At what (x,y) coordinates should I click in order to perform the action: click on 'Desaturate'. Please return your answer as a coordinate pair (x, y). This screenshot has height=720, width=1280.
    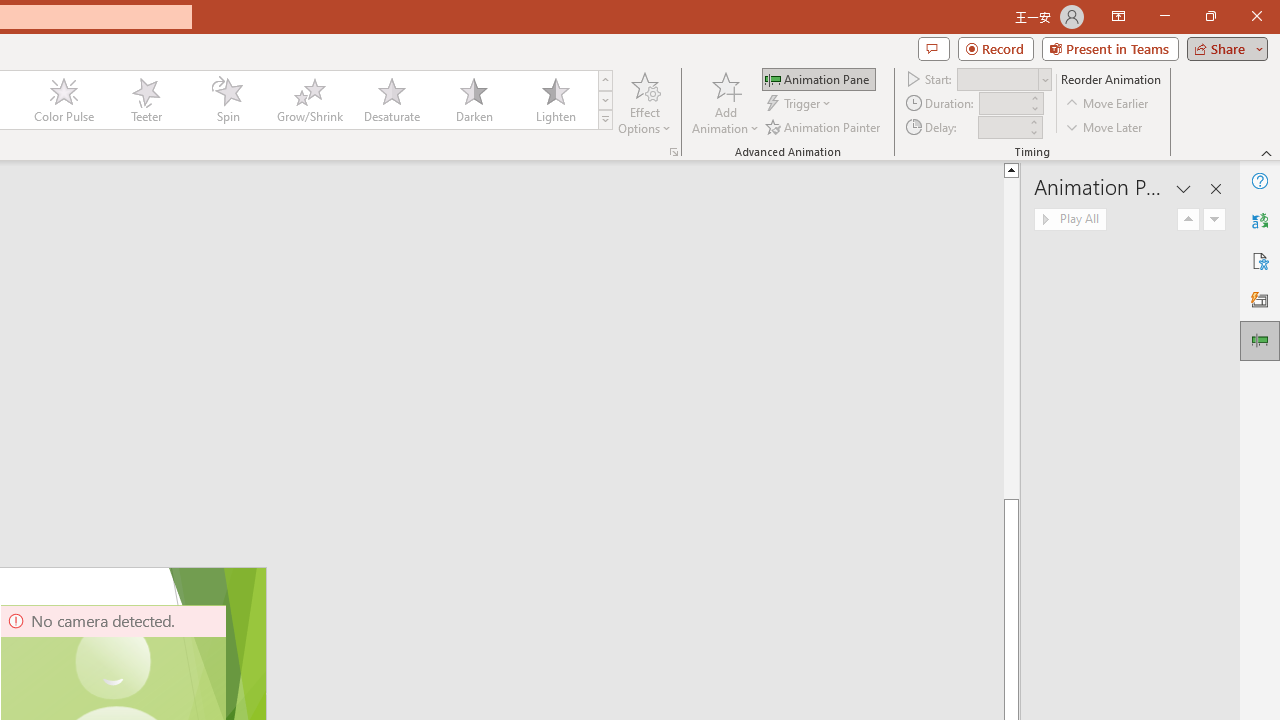
    Looking at the image, I should click on (391, 100).